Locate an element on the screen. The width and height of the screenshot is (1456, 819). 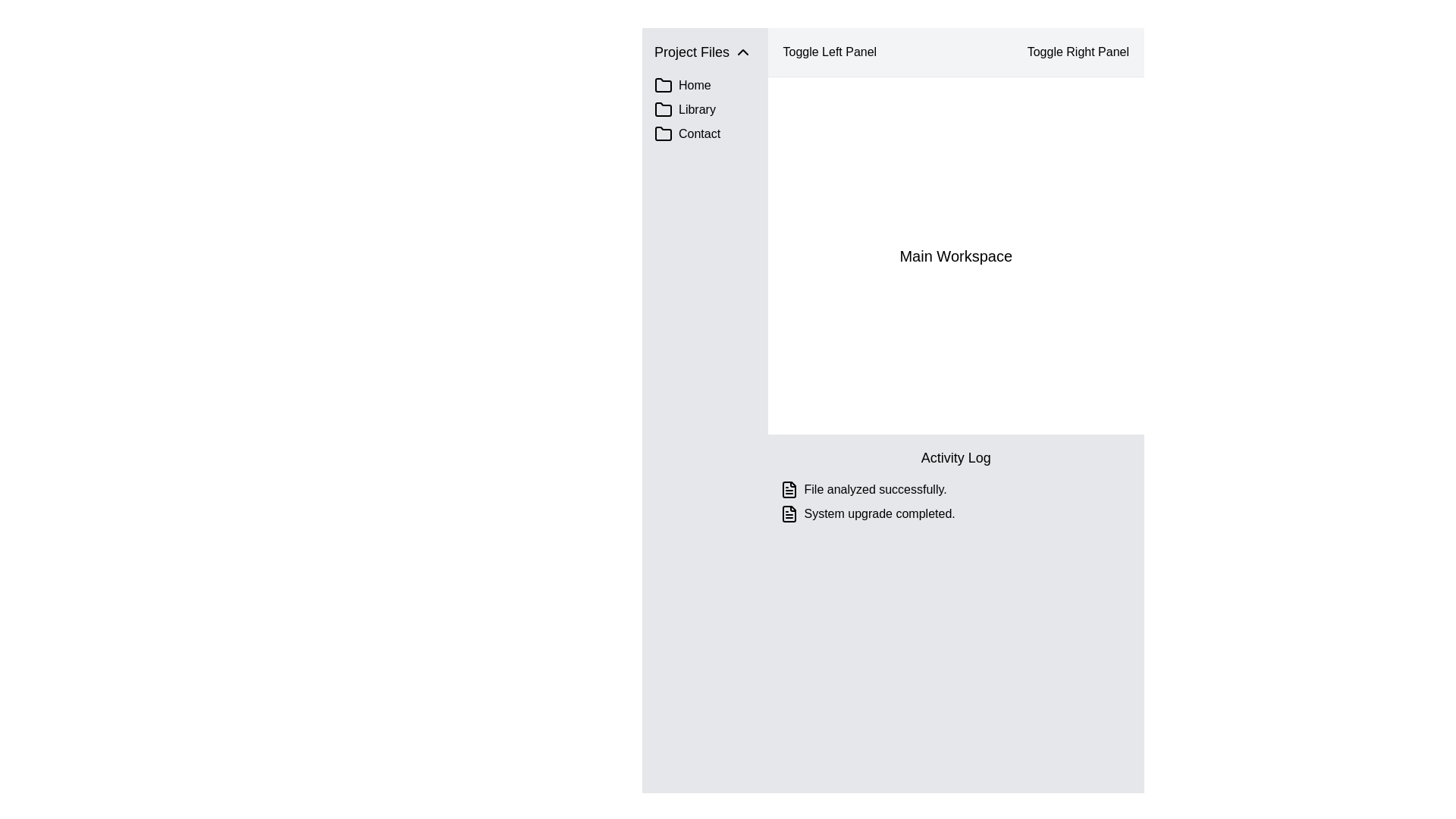
the upward-pointing chevron icon in the 'Project Files' menu is located at coordinates (742, 52).